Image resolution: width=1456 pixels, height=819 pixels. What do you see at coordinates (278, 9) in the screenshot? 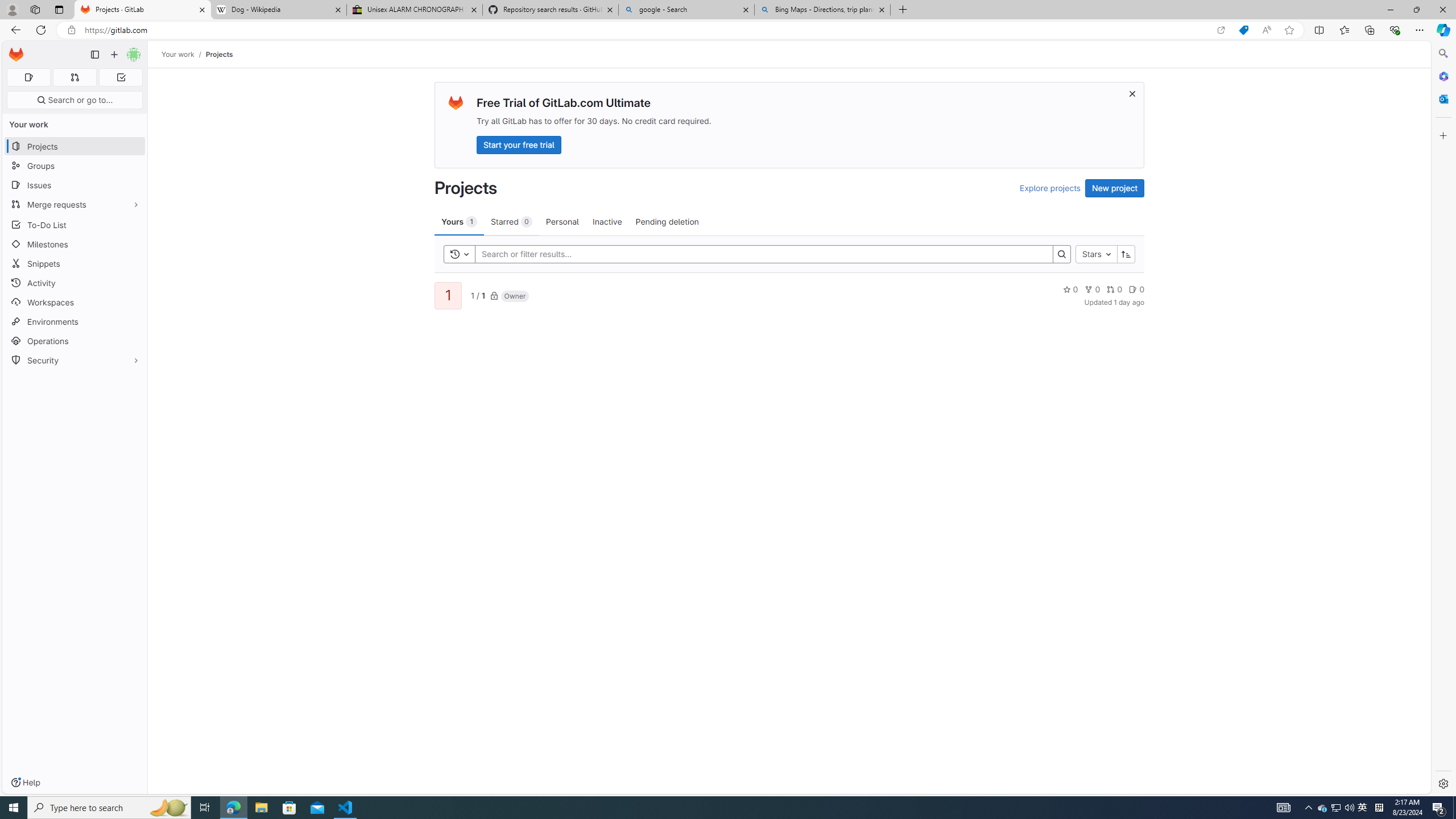
I see `'Dog - Wikipedia'` at bounding box center [278, 9].